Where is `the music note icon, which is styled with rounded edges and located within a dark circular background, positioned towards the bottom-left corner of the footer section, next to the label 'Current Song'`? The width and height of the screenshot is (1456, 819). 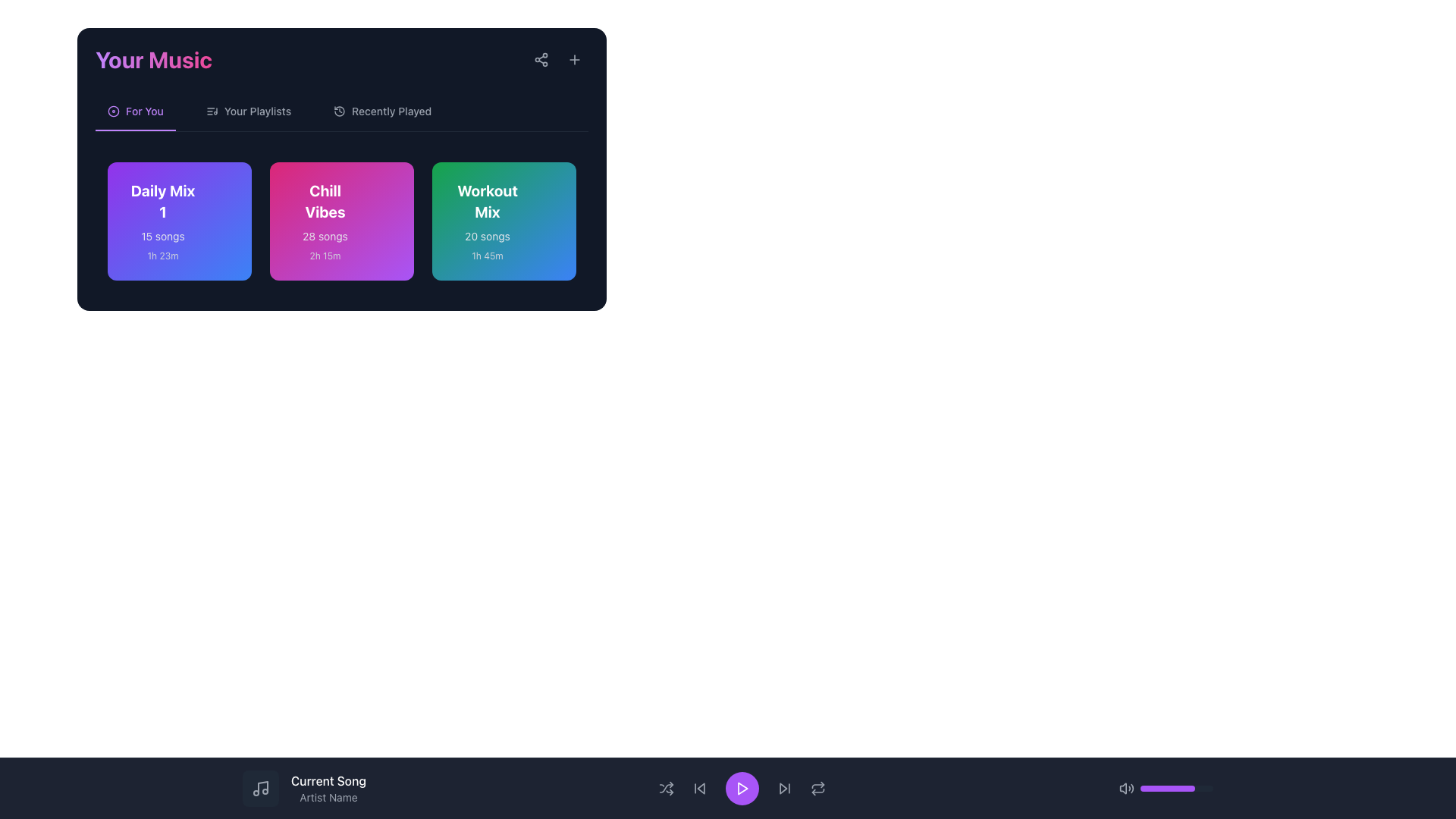
the music note icon, which is styled with rounded edges and located within a dark circular background, positioned towards the bottom-left corner of the footer section, next to the label 'Current Song' is located at coordinates (261, 788).